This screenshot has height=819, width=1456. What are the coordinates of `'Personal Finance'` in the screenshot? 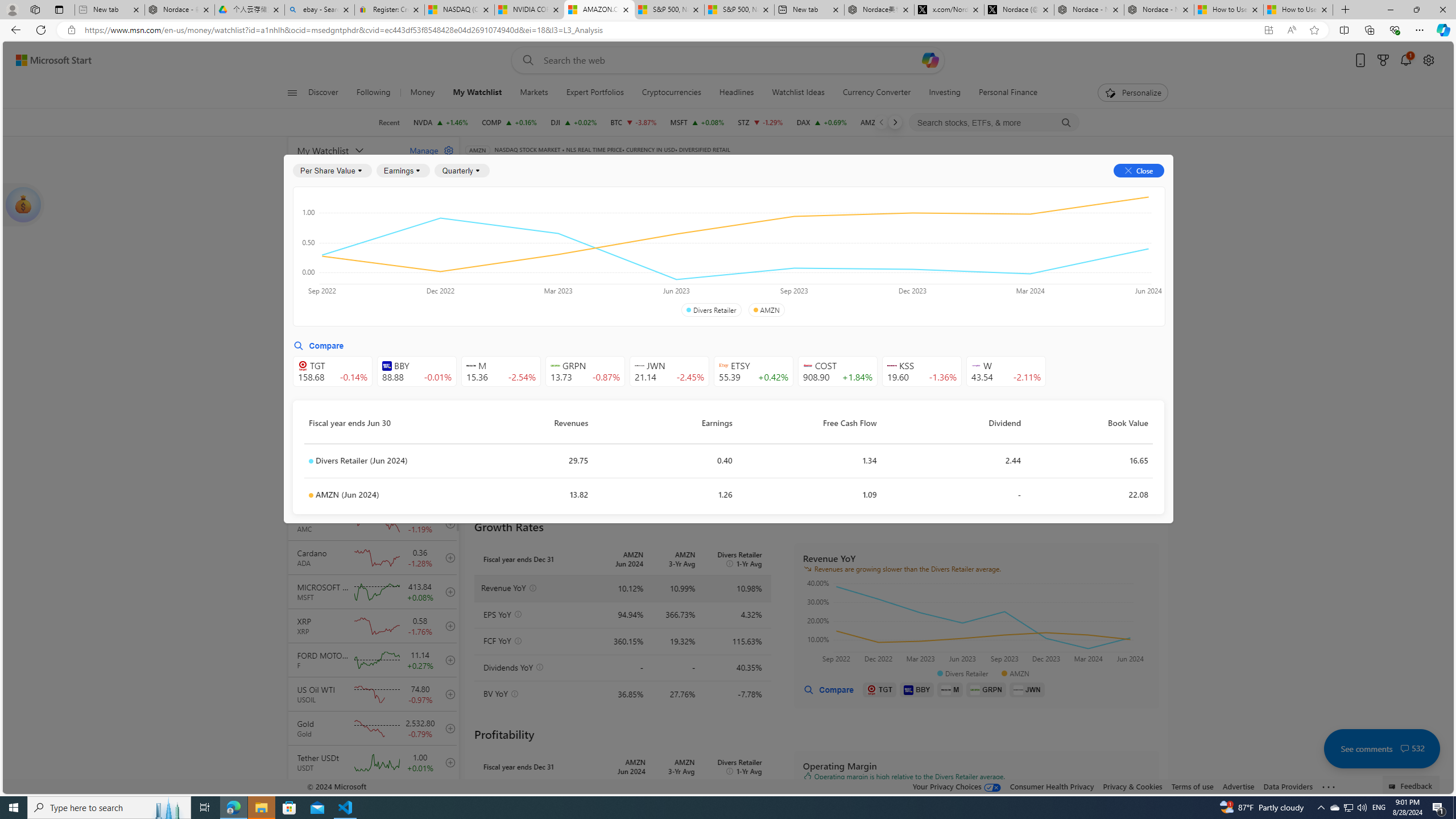 It's located at (1008, 92).